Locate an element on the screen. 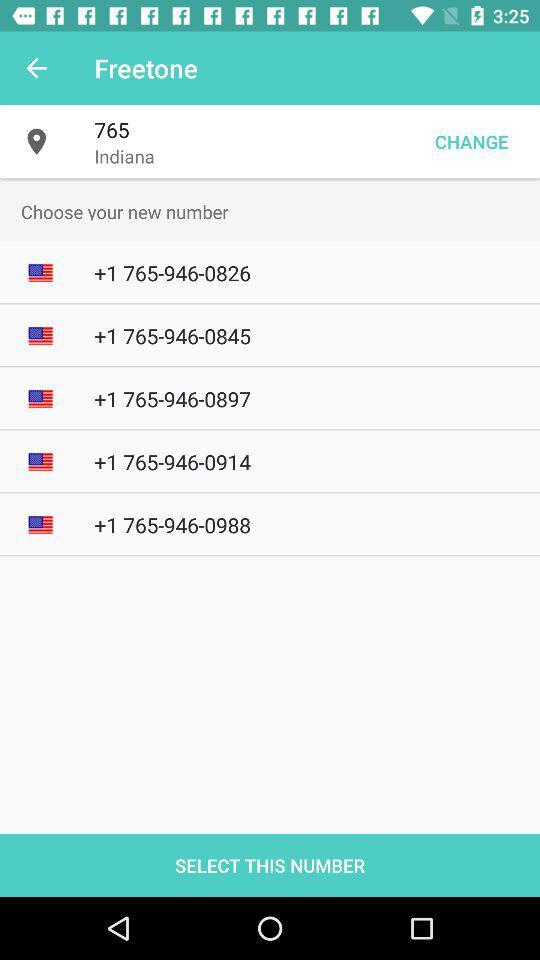  app to the left of the freetone is located at coordinates (36, 68).